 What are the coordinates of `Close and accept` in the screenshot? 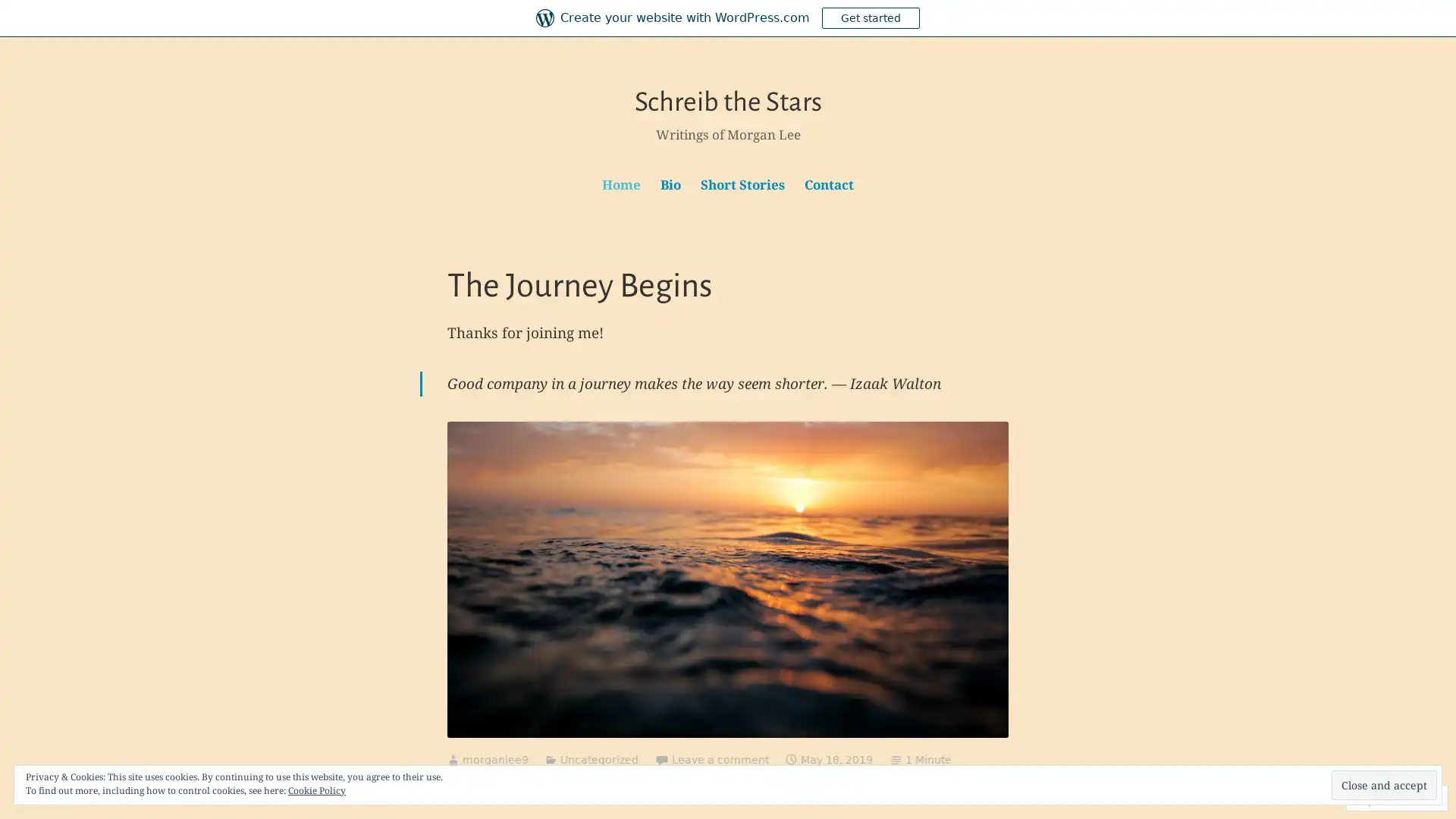 It's located at (1384, 785).